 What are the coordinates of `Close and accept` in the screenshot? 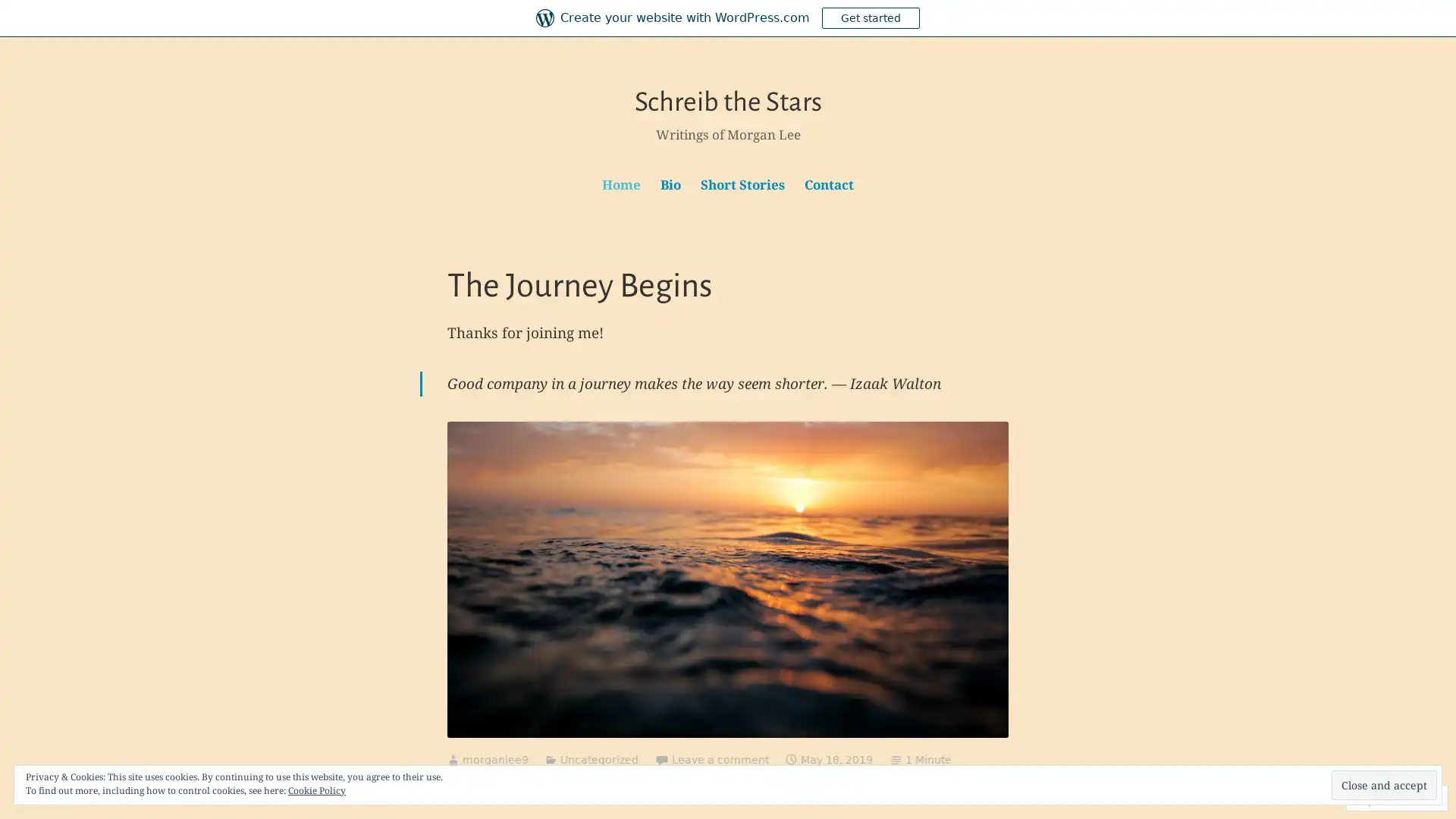 It's located at (1384, 785).